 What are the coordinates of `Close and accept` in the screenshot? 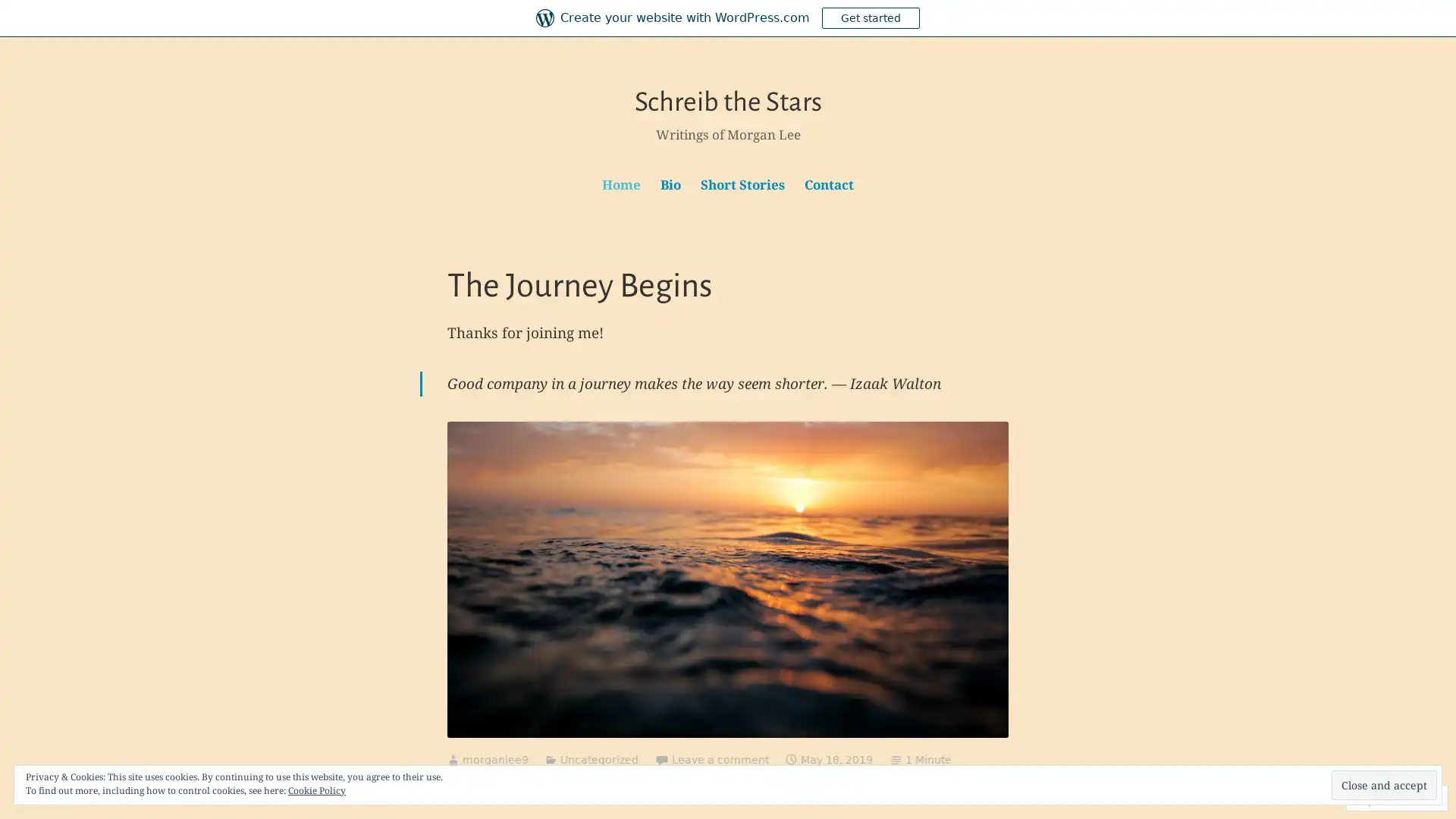 It's located at (1384, 785).